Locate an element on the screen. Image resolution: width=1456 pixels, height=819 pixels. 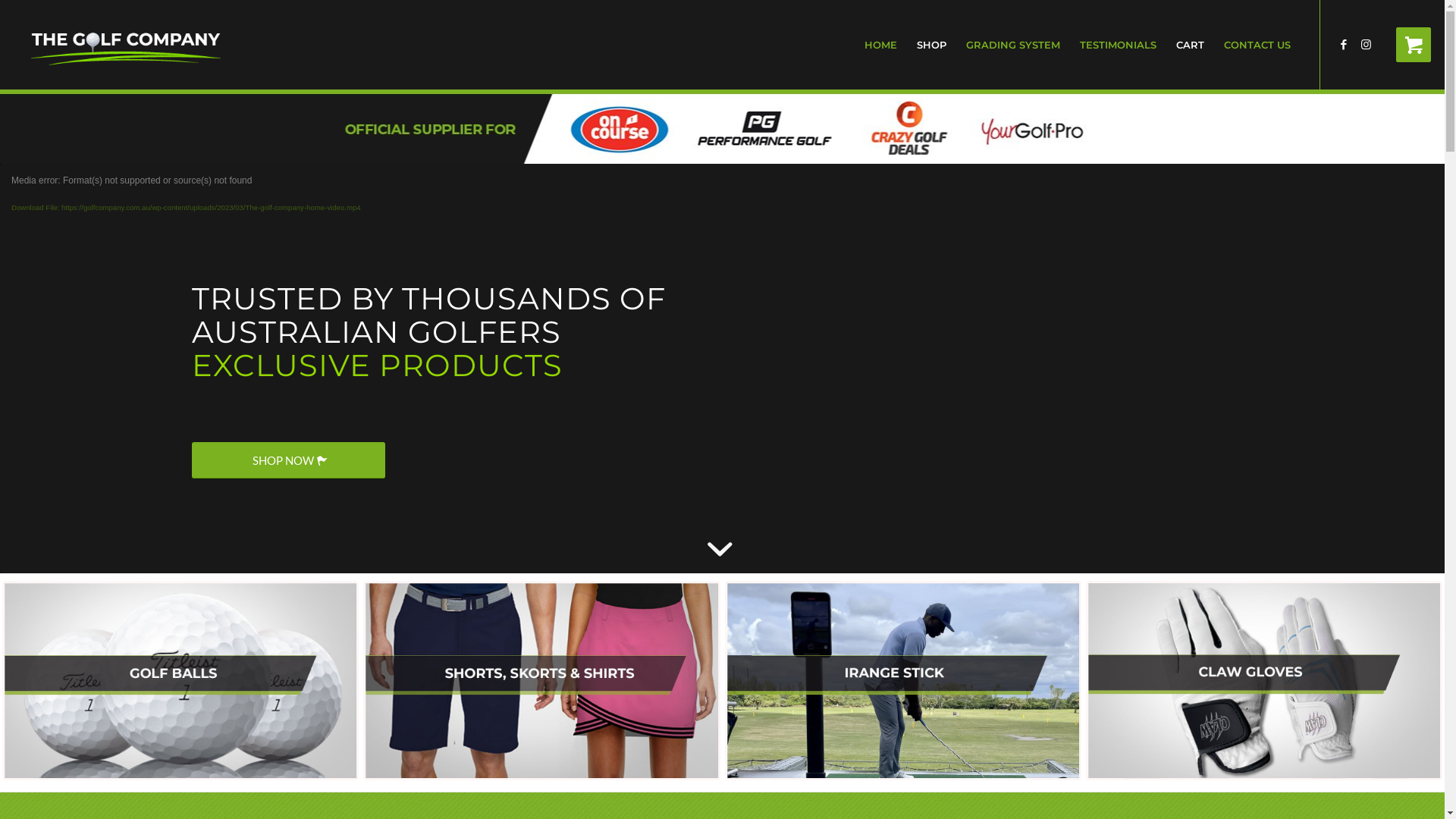
'golf-balls-thumb' is located at coordinates (180, 679).